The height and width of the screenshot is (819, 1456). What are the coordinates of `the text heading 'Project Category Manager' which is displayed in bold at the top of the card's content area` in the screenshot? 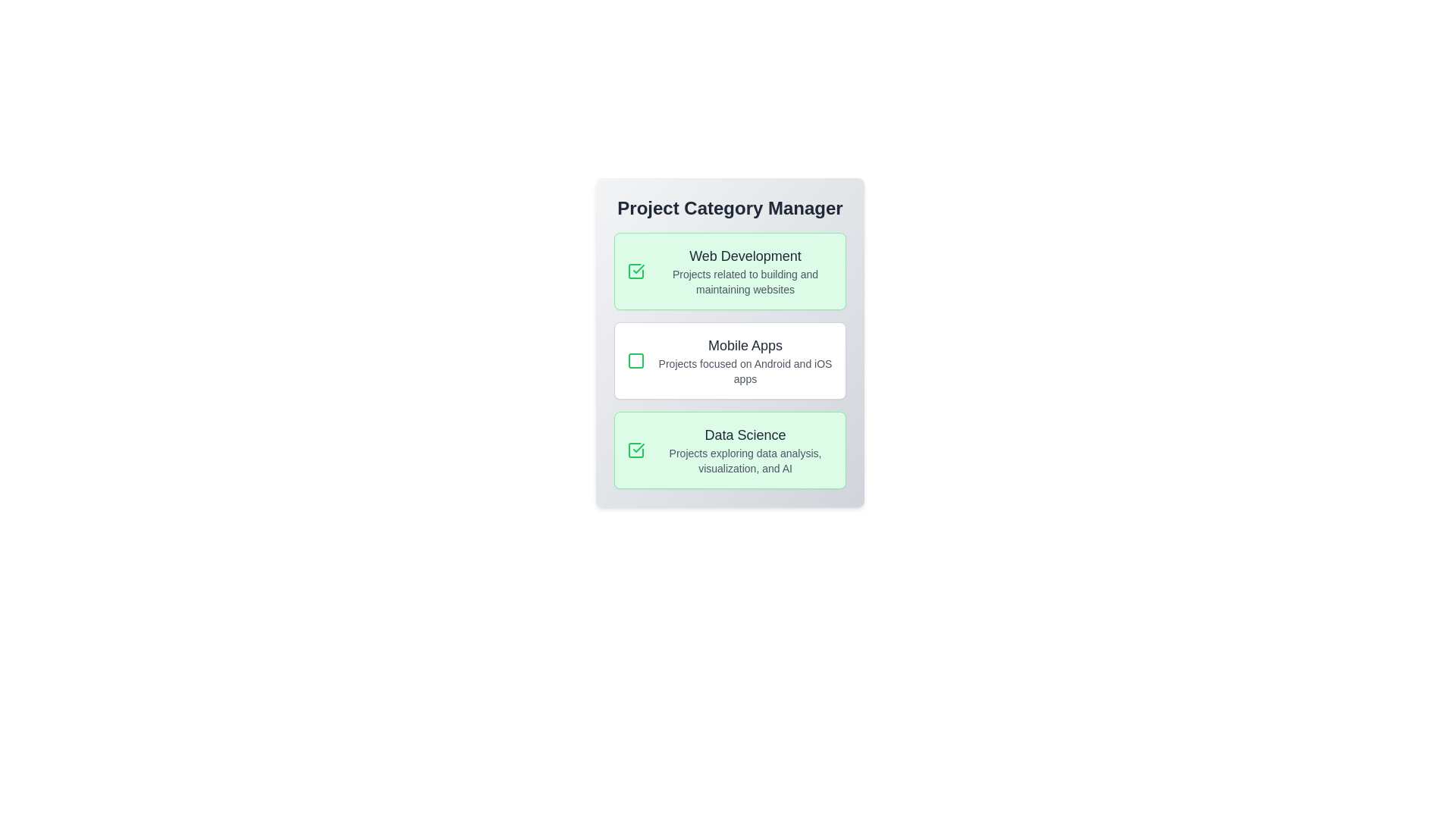 It's located at (730, 208).